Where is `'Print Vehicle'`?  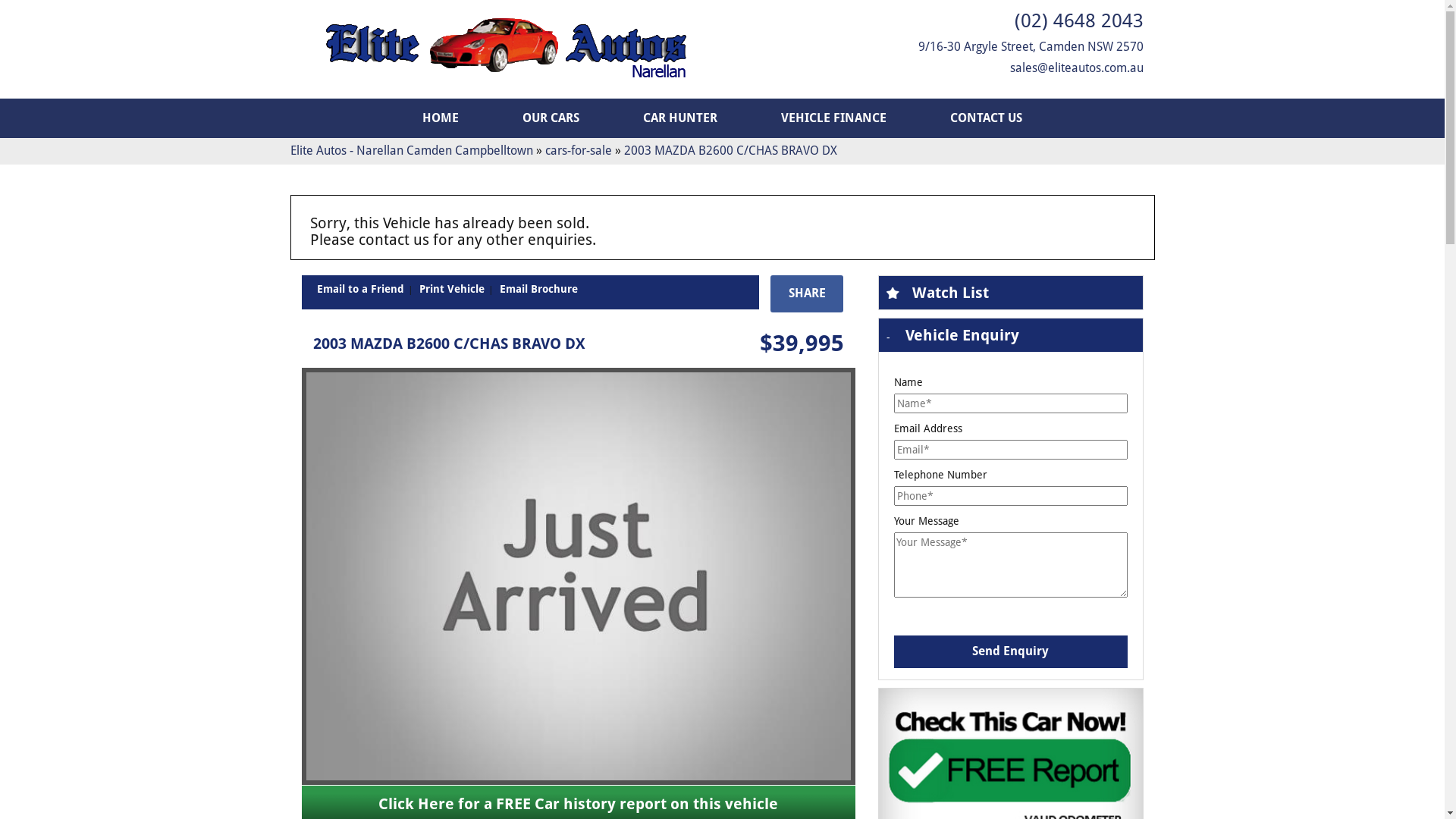
'Print Vehicle' is located at coordinates (450, 289).